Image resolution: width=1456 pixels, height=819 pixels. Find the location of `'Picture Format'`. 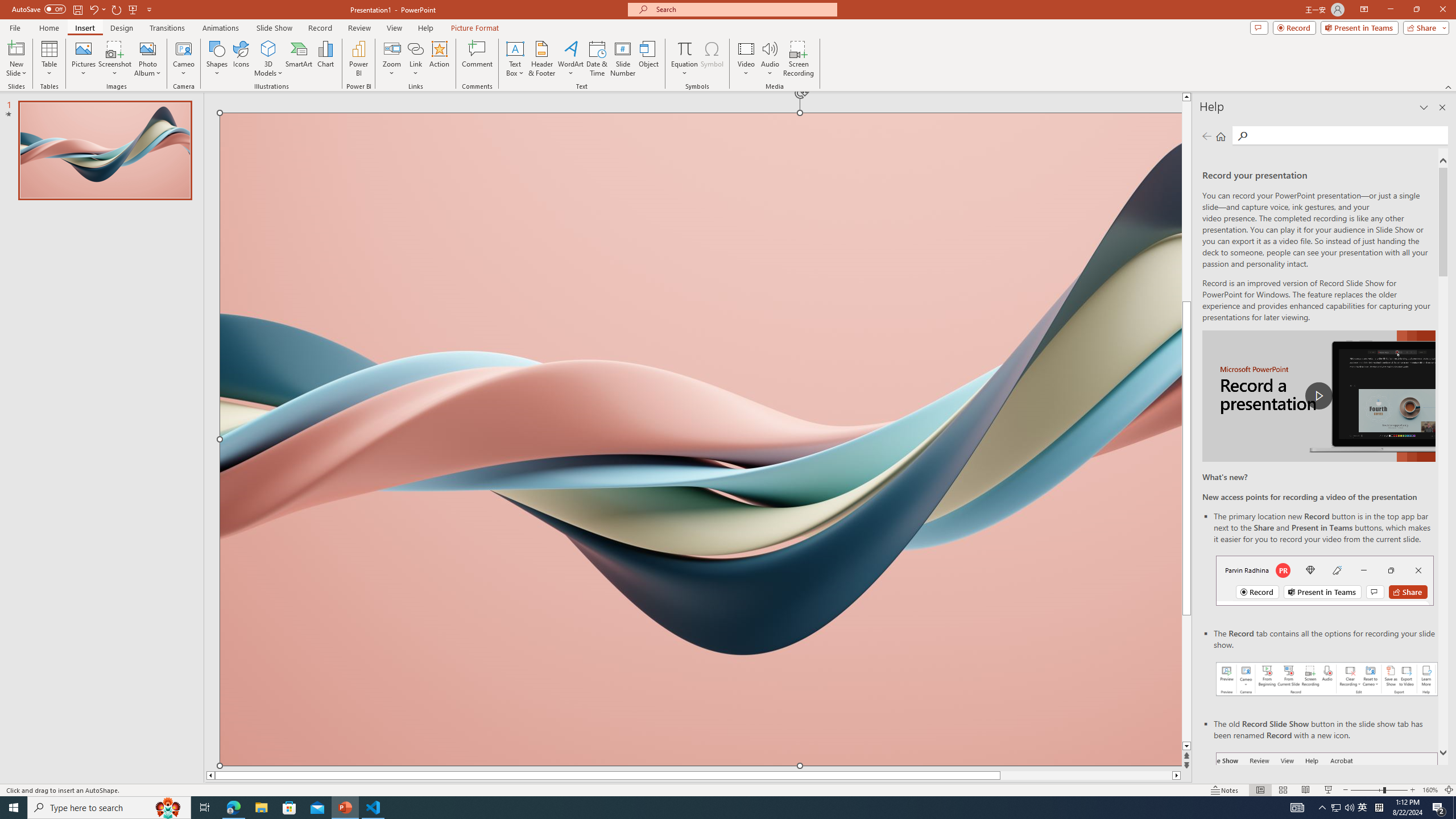

'Picture Format' is located at coordinates (475, 28).